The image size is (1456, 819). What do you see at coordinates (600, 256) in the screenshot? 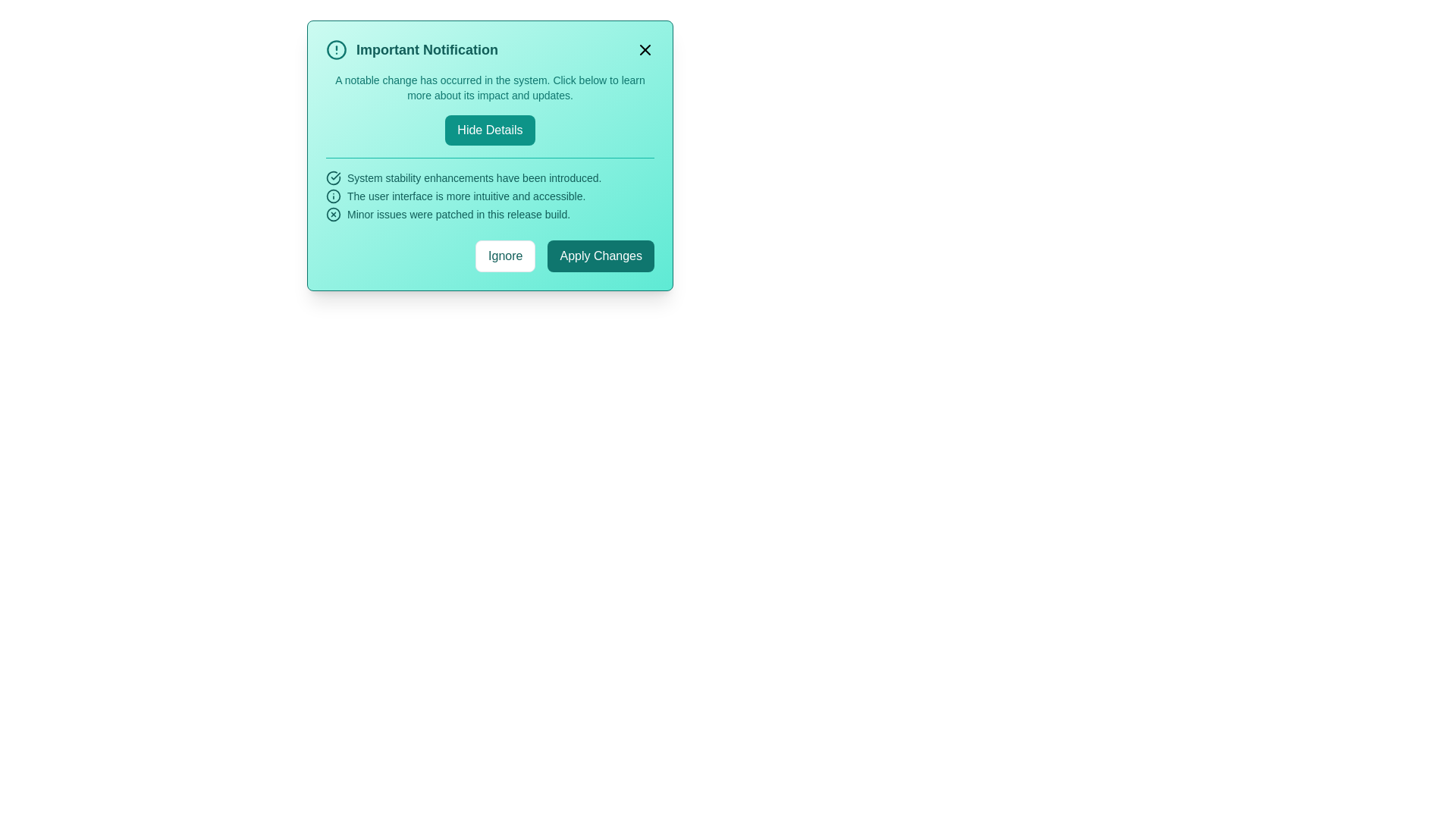
I see `the 'Apply' button located in the bottom-right corner of the modal dialog to apply changes and possibly close the dialog` at bounding box center [600, 256].